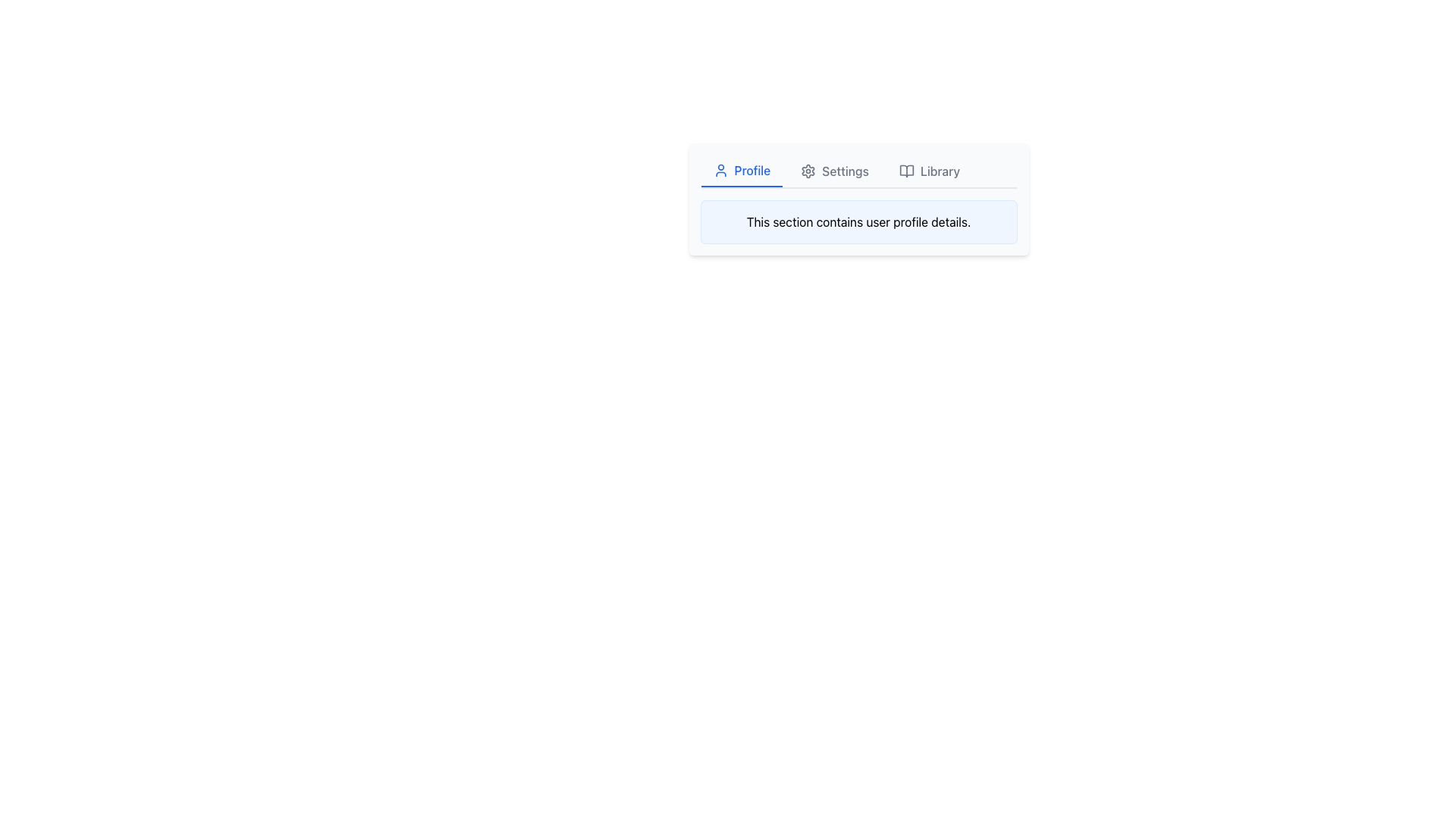 The height and width of the screenshot is (819, 1456). What do you see at coordinates (906, 171) in the screenshot?
I see `the library icon located in the third tab labeled 'Library' in the horizontal tab navigation bar, positioned immediately to the left of the text 'Library.'` at bounding box center [906, 171].